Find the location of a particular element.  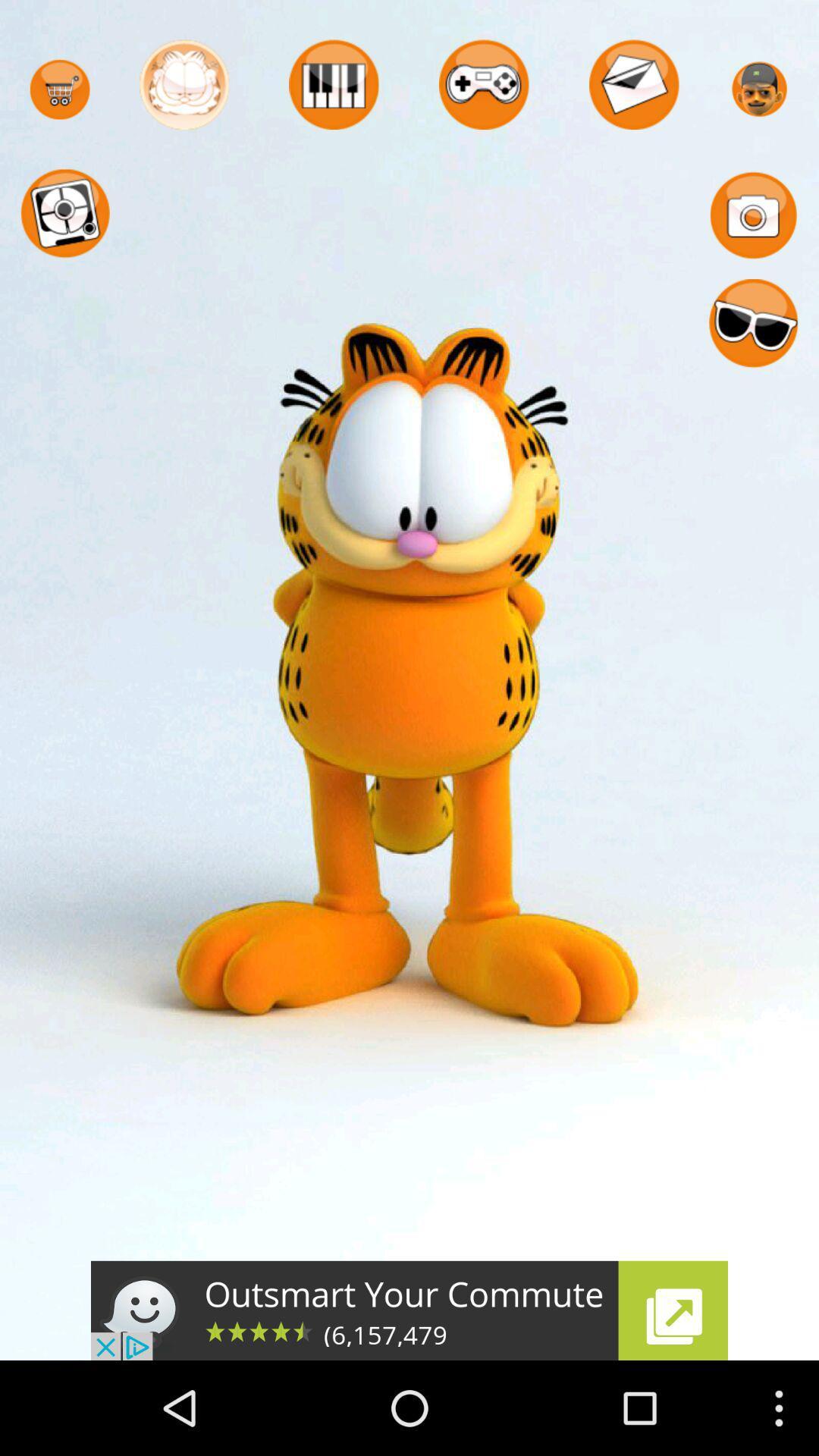

icon with piano is located at coordinates (333, 83).